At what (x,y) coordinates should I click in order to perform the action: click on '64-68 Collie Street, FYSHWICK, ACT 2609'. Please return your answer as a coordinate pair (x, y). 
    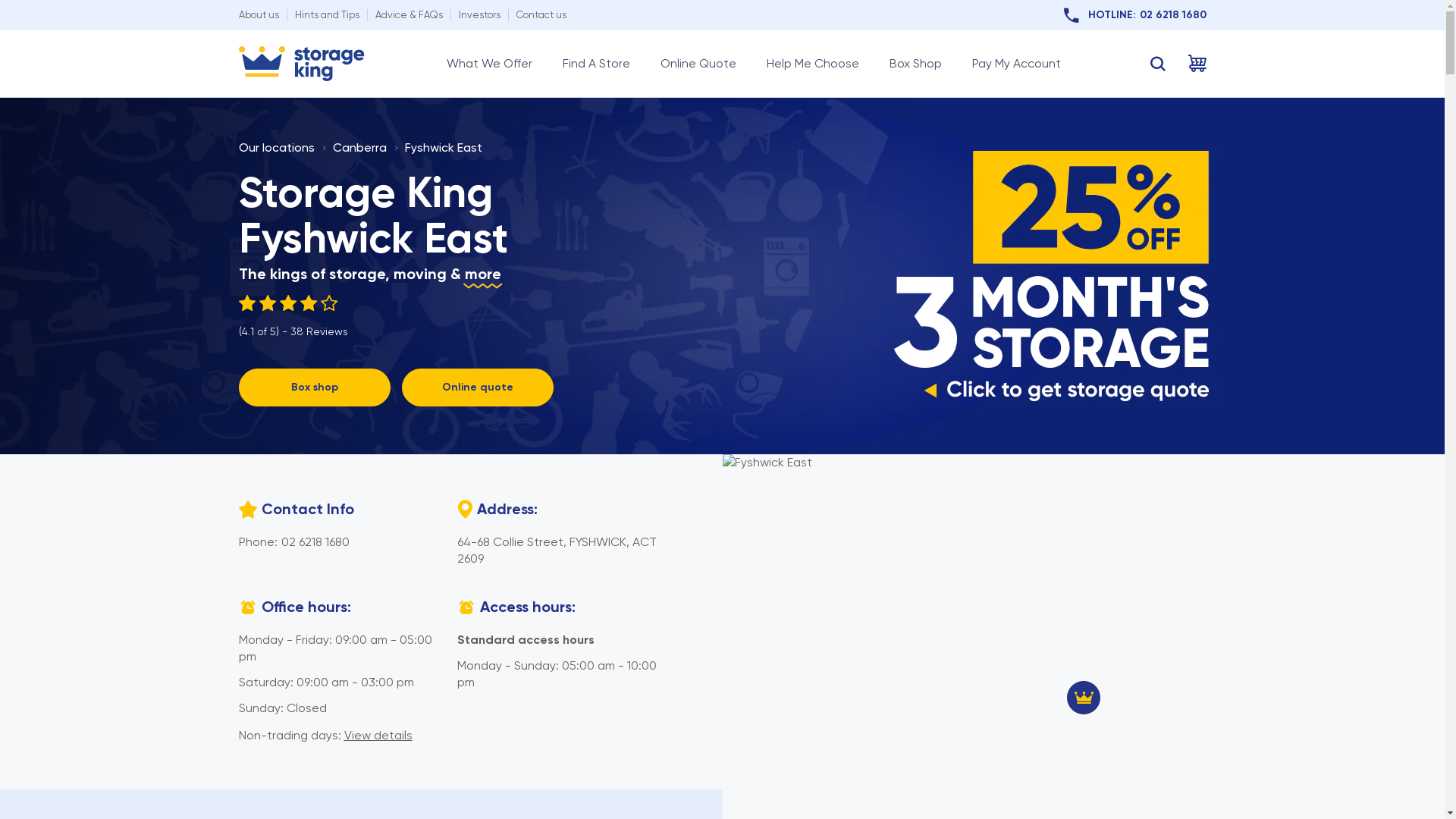
    Looking at the image, I should click on (555, 550).